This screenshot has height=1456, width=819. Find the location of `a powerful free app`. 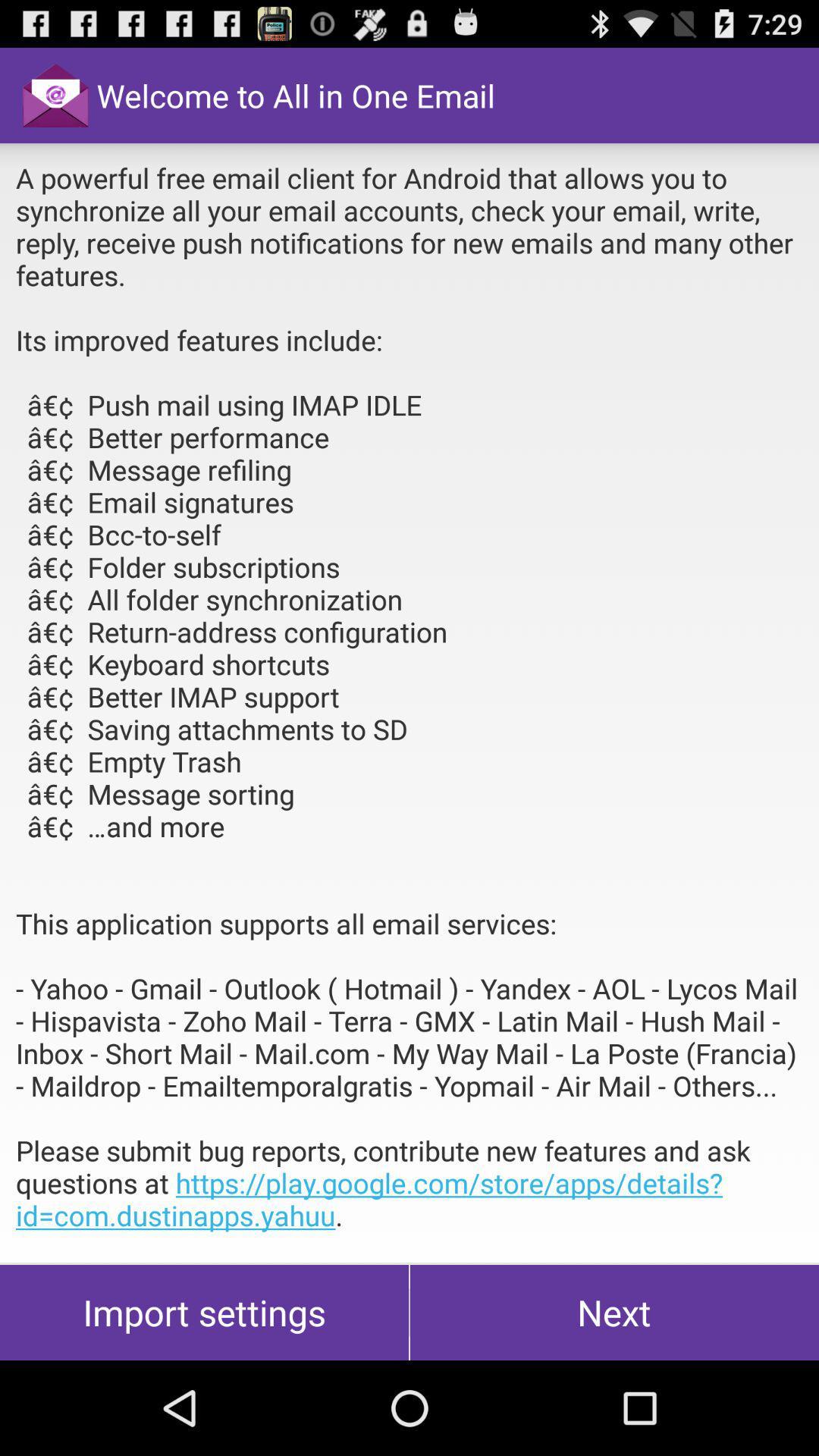

a powerful free app is located at coordinates (409, 701).